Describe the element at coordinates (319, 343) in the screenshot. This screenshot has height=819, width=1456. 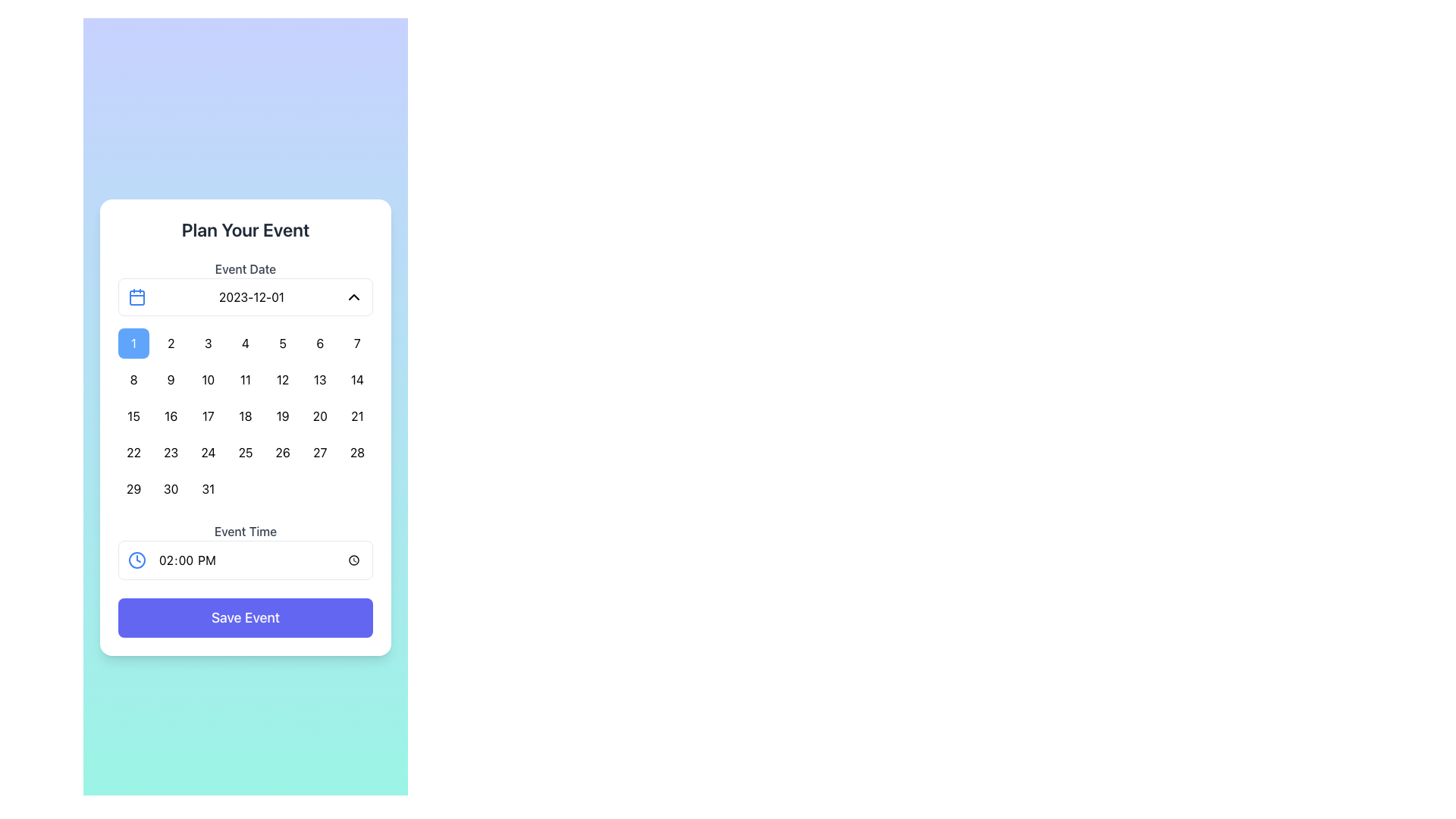
I see `the button representing the day '6' on the calendar` at that location.